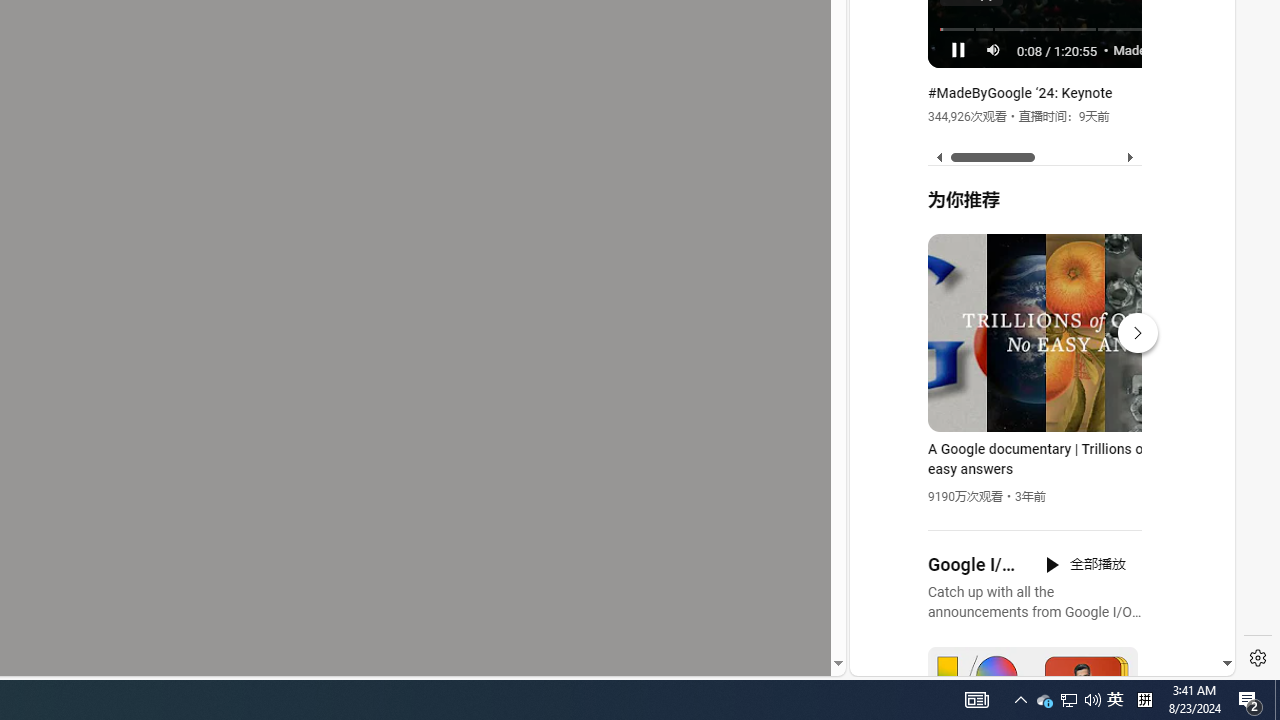 This screenshot has width=1280, height=720. I want to click on 'Google I/O 2024', so click(974, 565).